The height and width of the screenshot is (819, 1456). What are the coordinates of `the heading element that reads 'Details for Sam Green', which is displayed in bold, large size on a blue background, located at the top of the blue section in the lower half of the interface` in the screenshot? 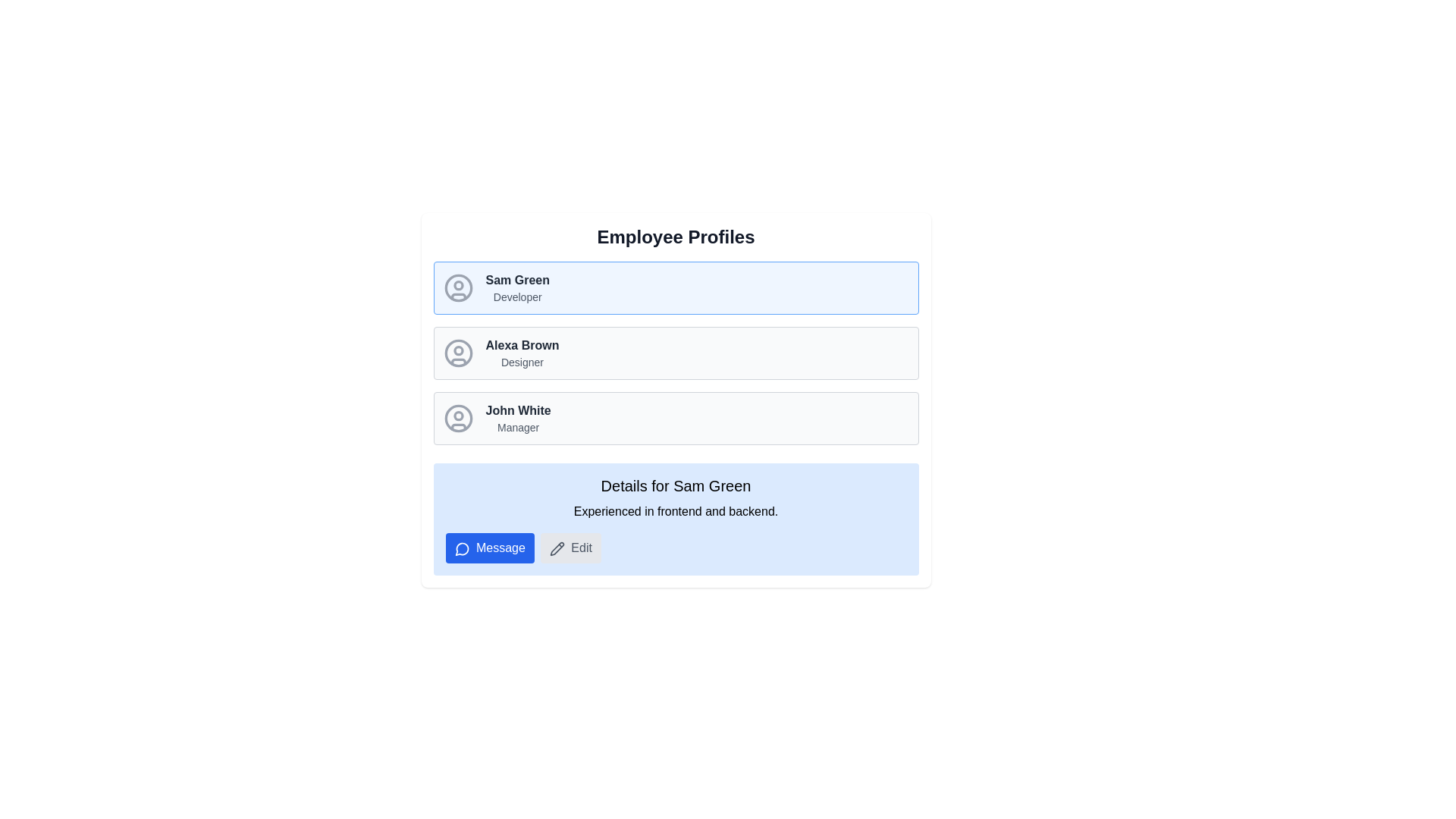 It's located at (675, 485).